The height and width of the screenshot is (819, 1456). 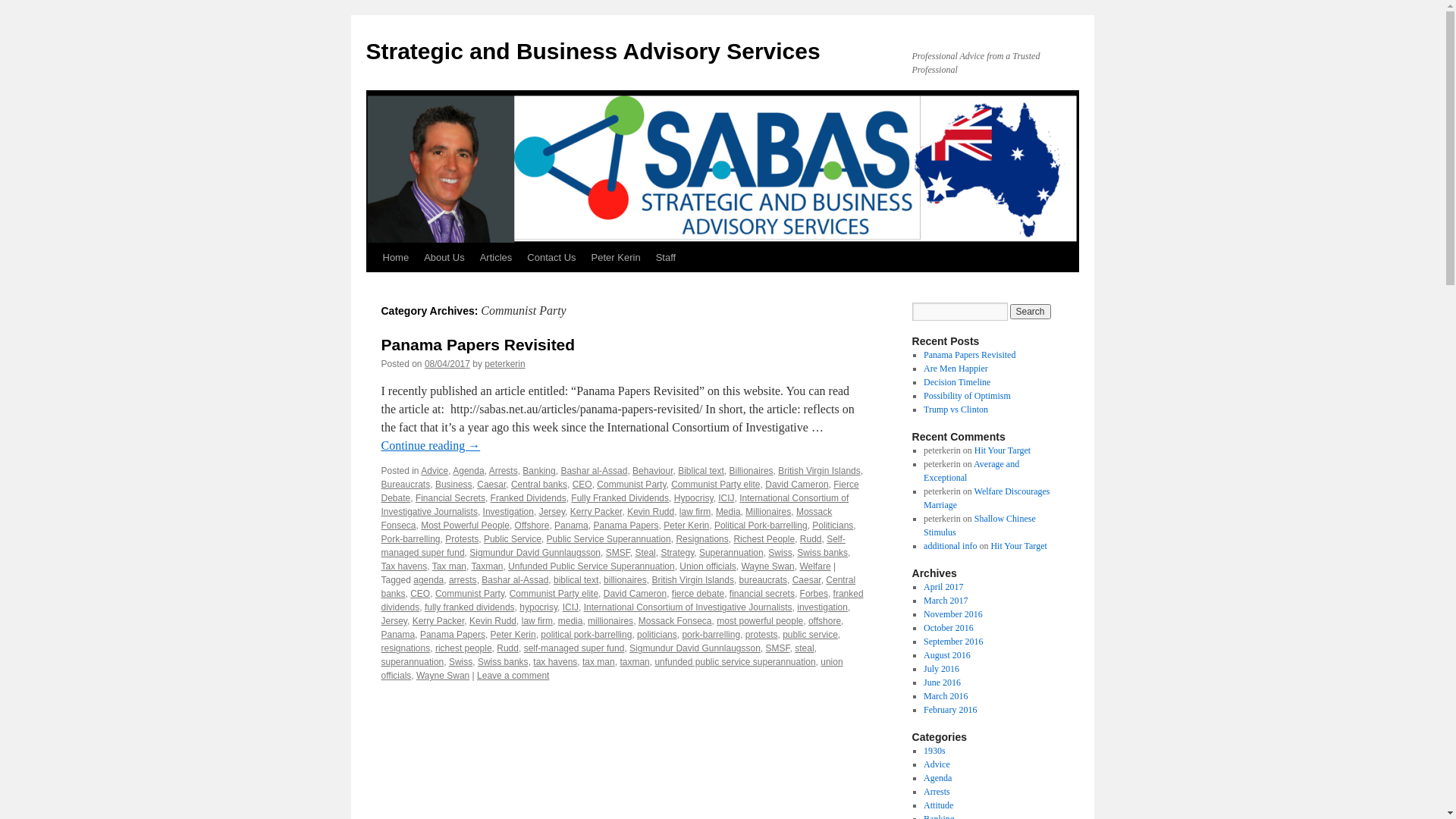 What do you see at coordinates (814, 566) in the screenshot?
I see `'Welfare'` at bounding box center [814, 566].